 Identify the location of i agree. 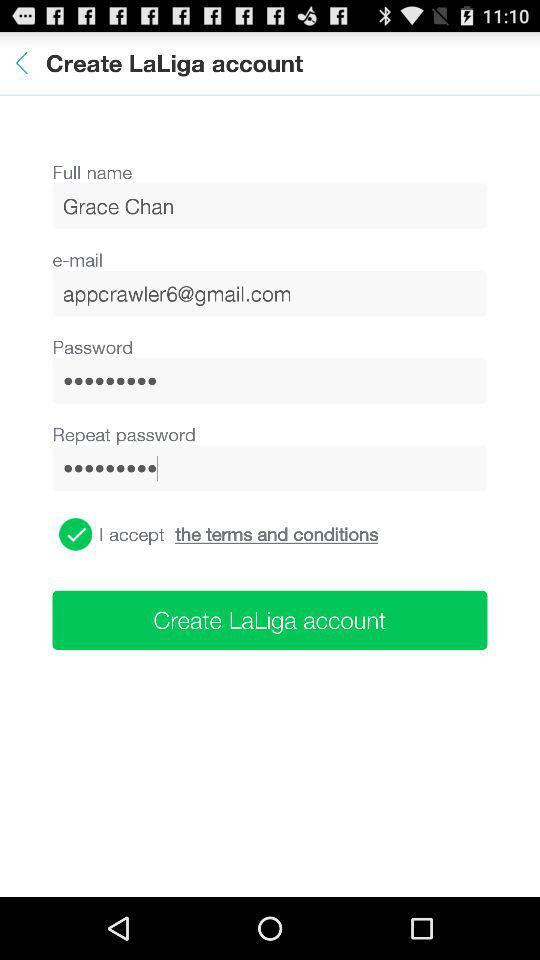
(74, 533).